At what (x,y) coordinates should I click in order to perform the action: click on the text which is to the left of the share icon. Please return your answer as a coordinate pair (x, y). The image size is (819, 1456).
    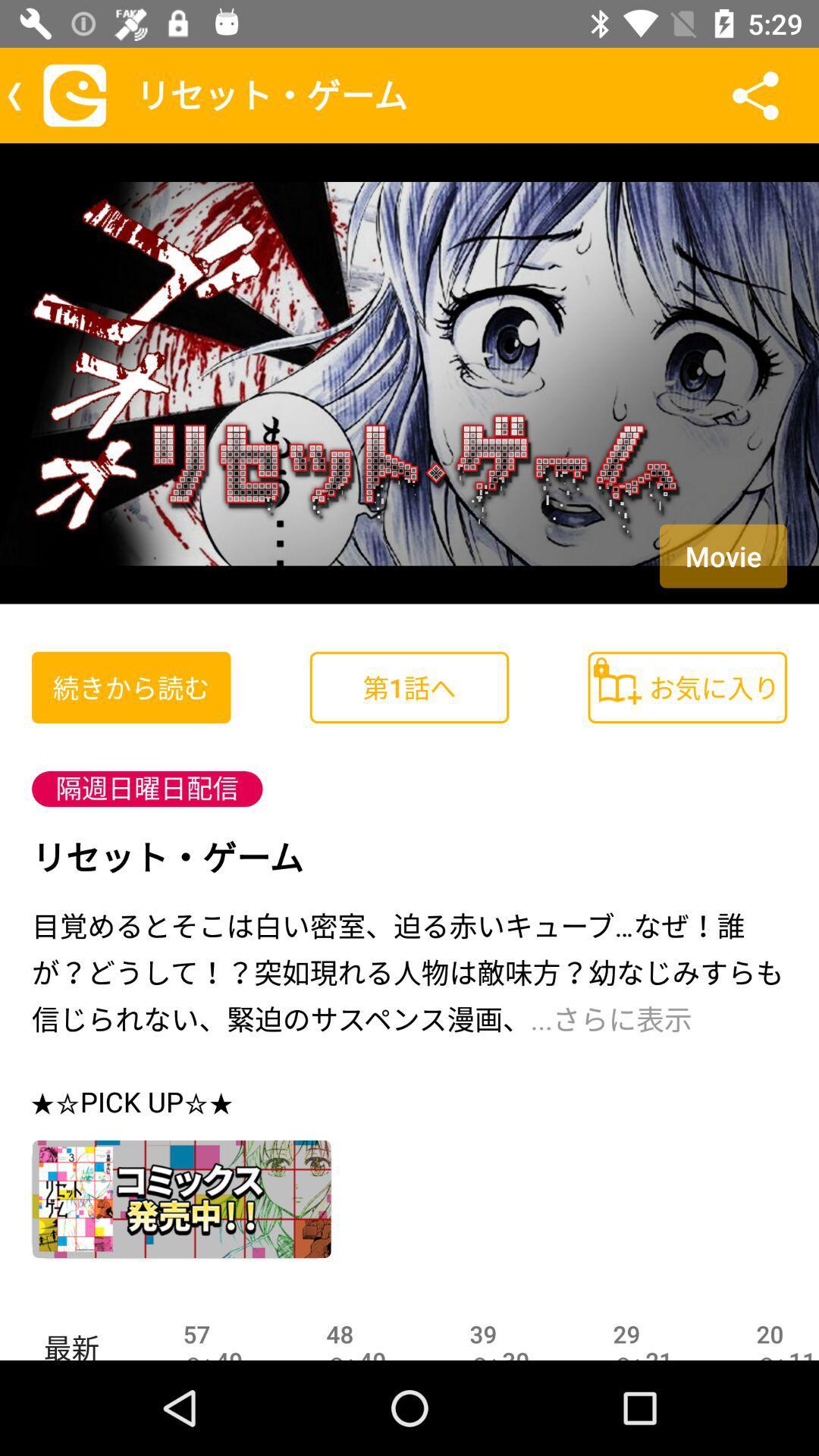
    Looking at the image, I should click on (416, 94).